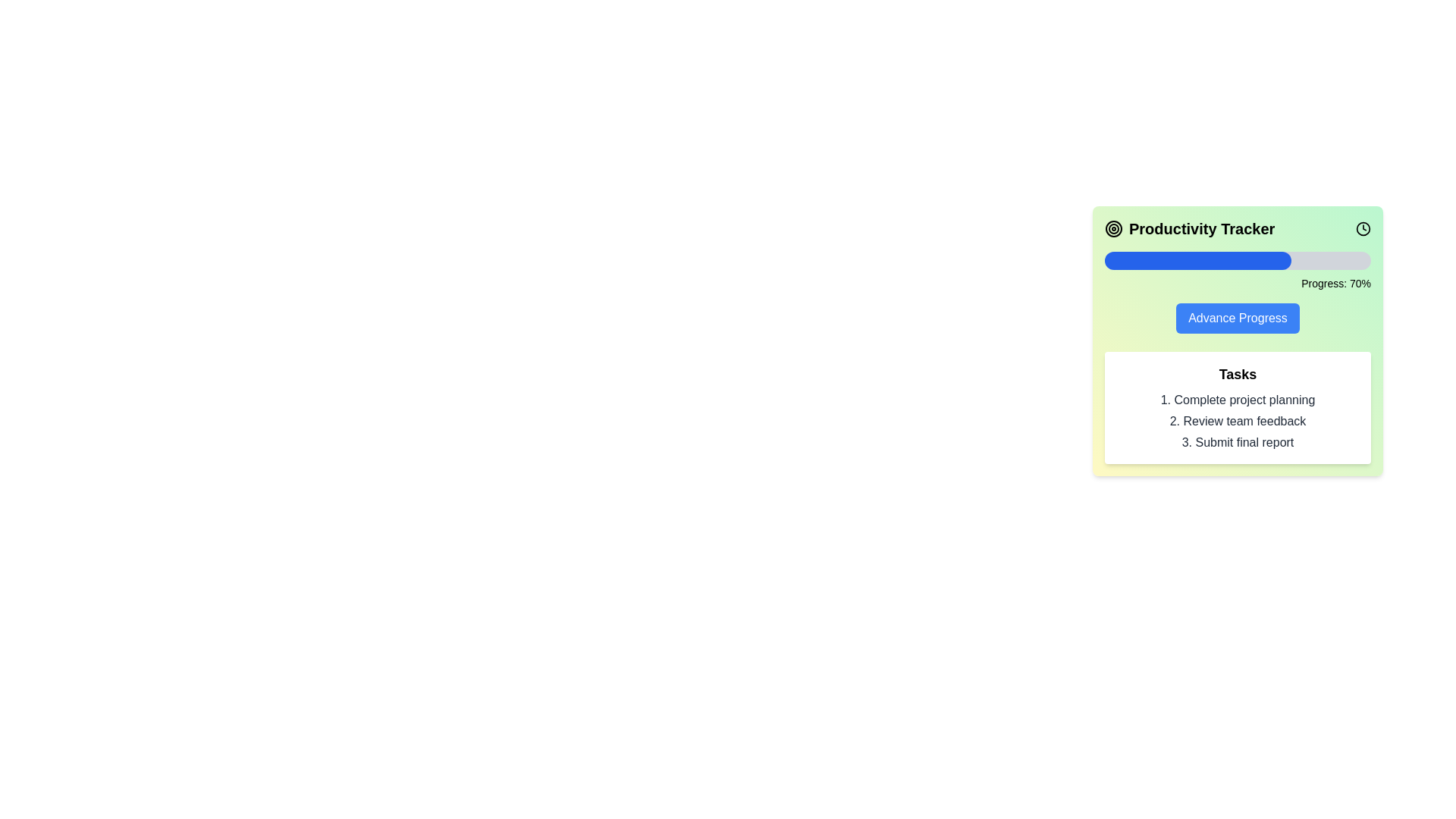  Describe the element at coordinates (1238, 406) in the screenshot. I see `tasks listed in the 'Tasks' List component, which is a white rounded rectangle containing a bold title and a numbered list of three items` at that location.